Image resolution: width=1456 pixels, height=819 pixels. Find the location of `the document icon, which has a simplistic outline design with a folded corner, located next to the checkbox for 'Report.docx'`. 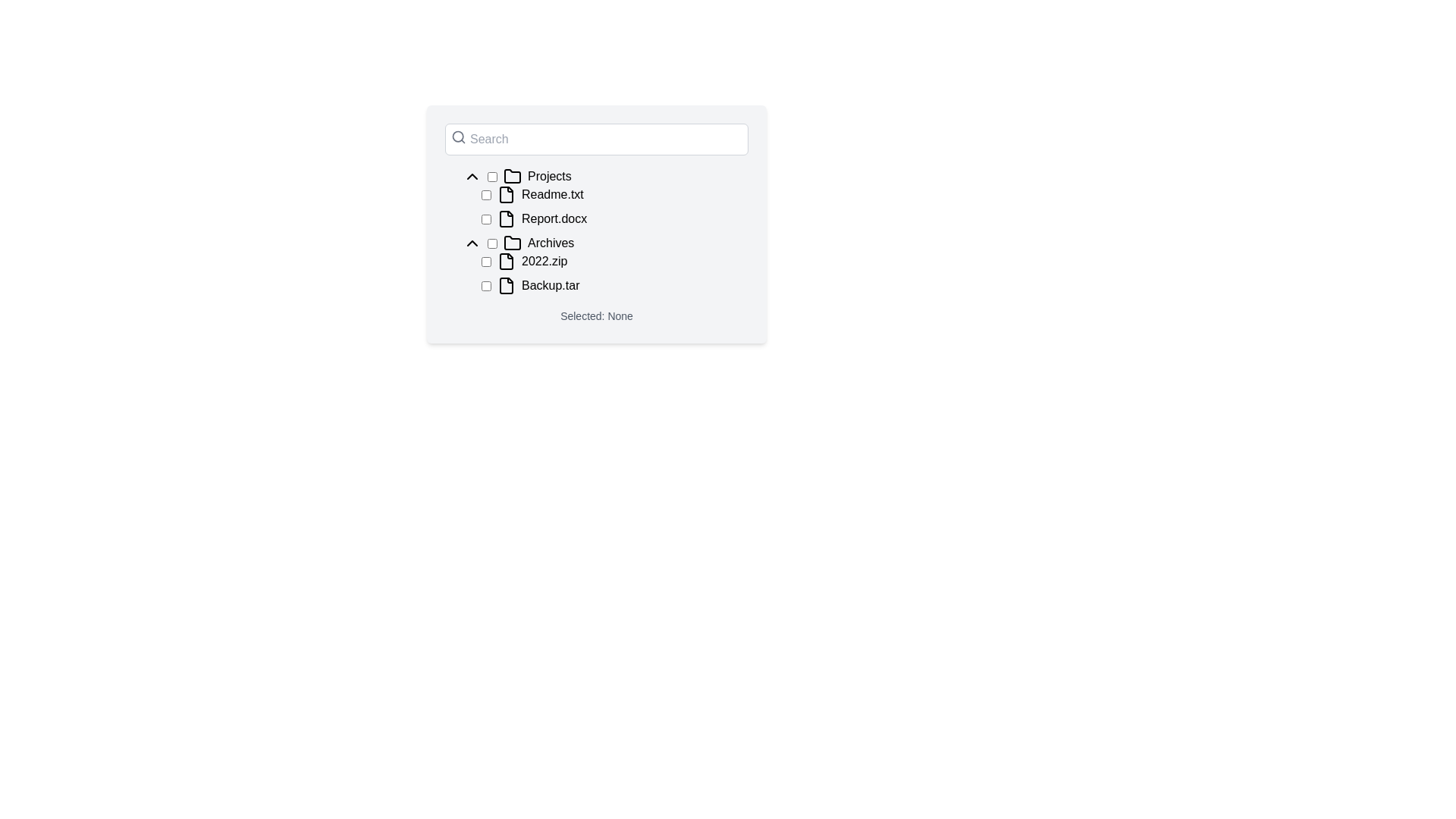

the document icon, which has a simplistic outline design with a folded corner, located next to the checkbox for 'Report.docx' is located at coordinates (506, 219).